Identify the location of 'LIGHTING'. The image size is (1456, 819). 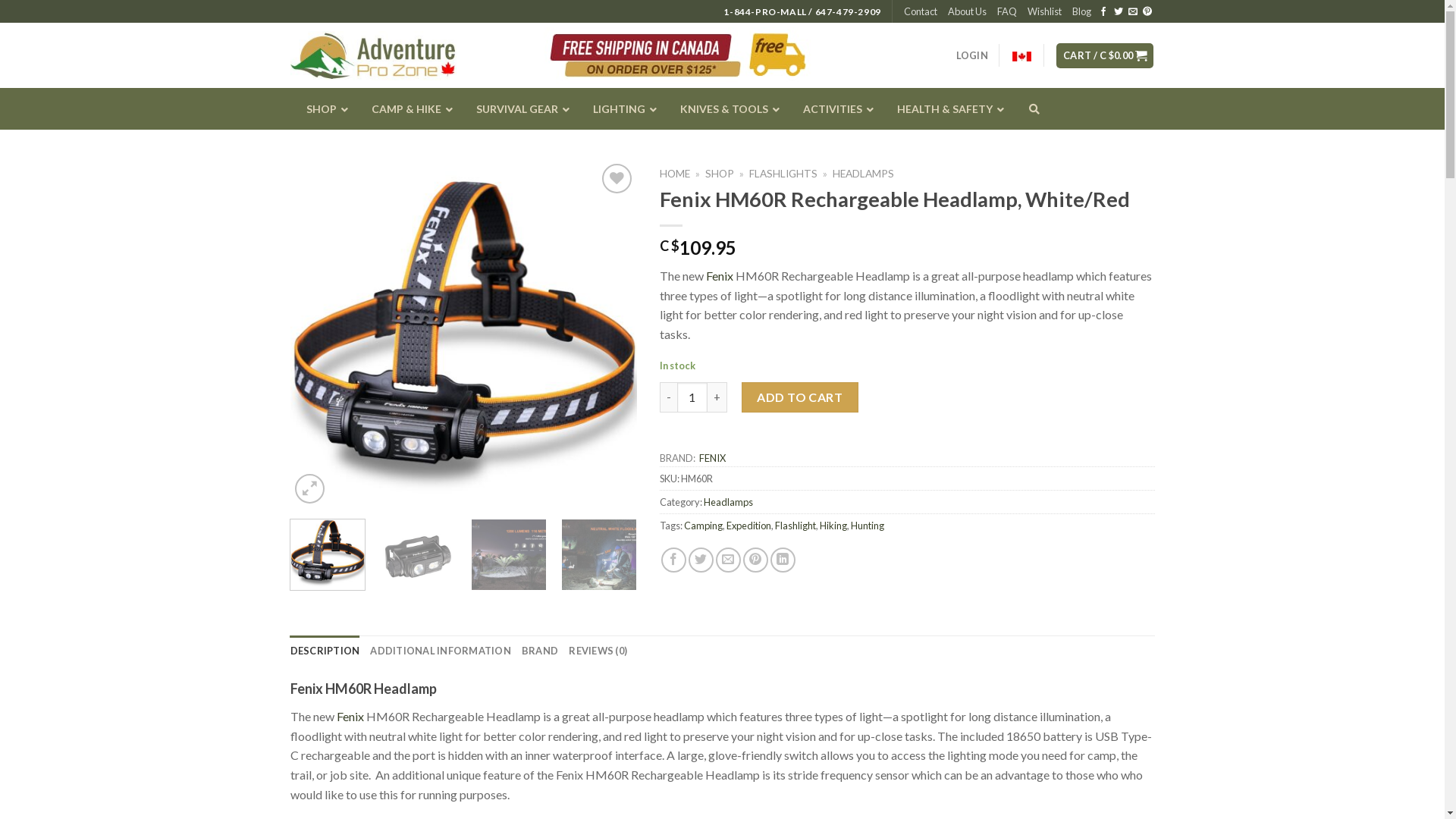
(575, 108).